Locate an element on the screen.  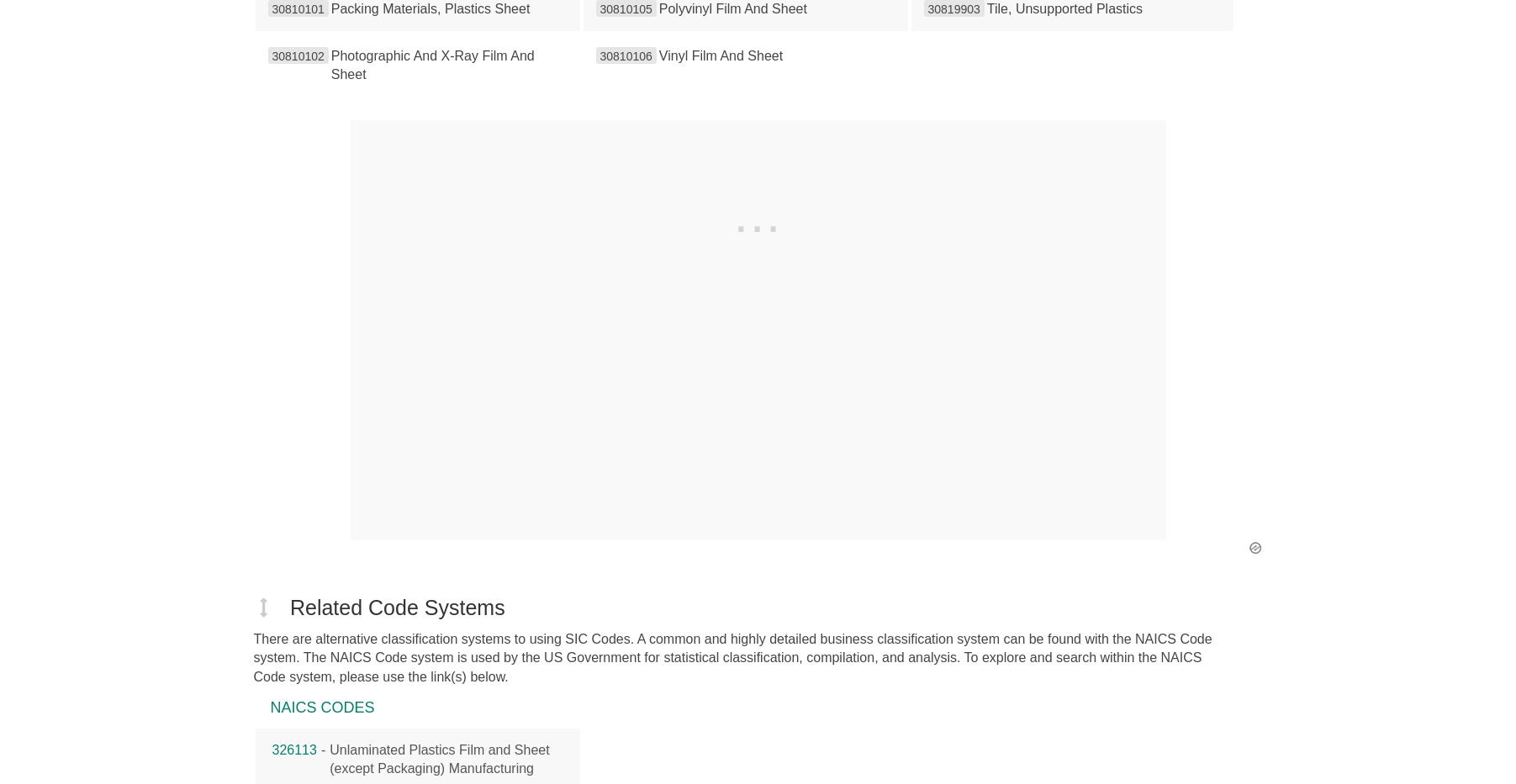
'Vinyl Film And Sheet' is located at coordinates (719, 55).